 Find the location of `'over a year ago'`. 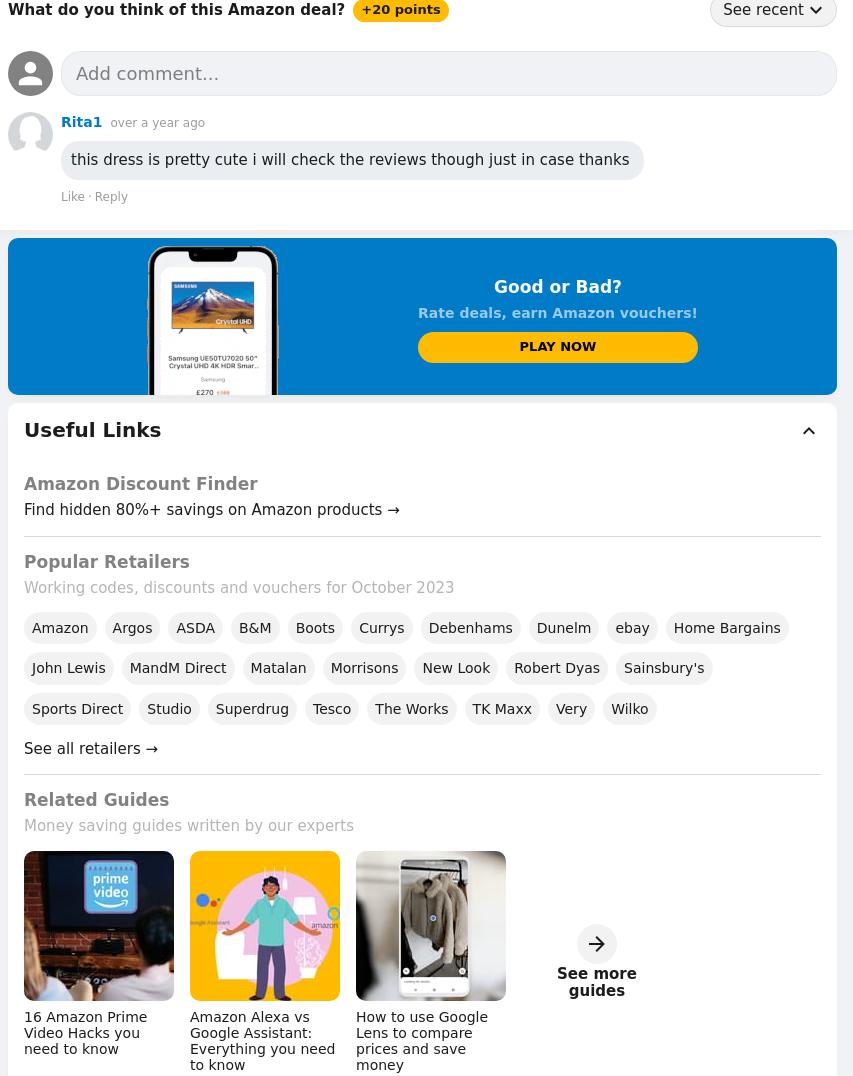

'over a year ago' is located at coordinates (156, 121).